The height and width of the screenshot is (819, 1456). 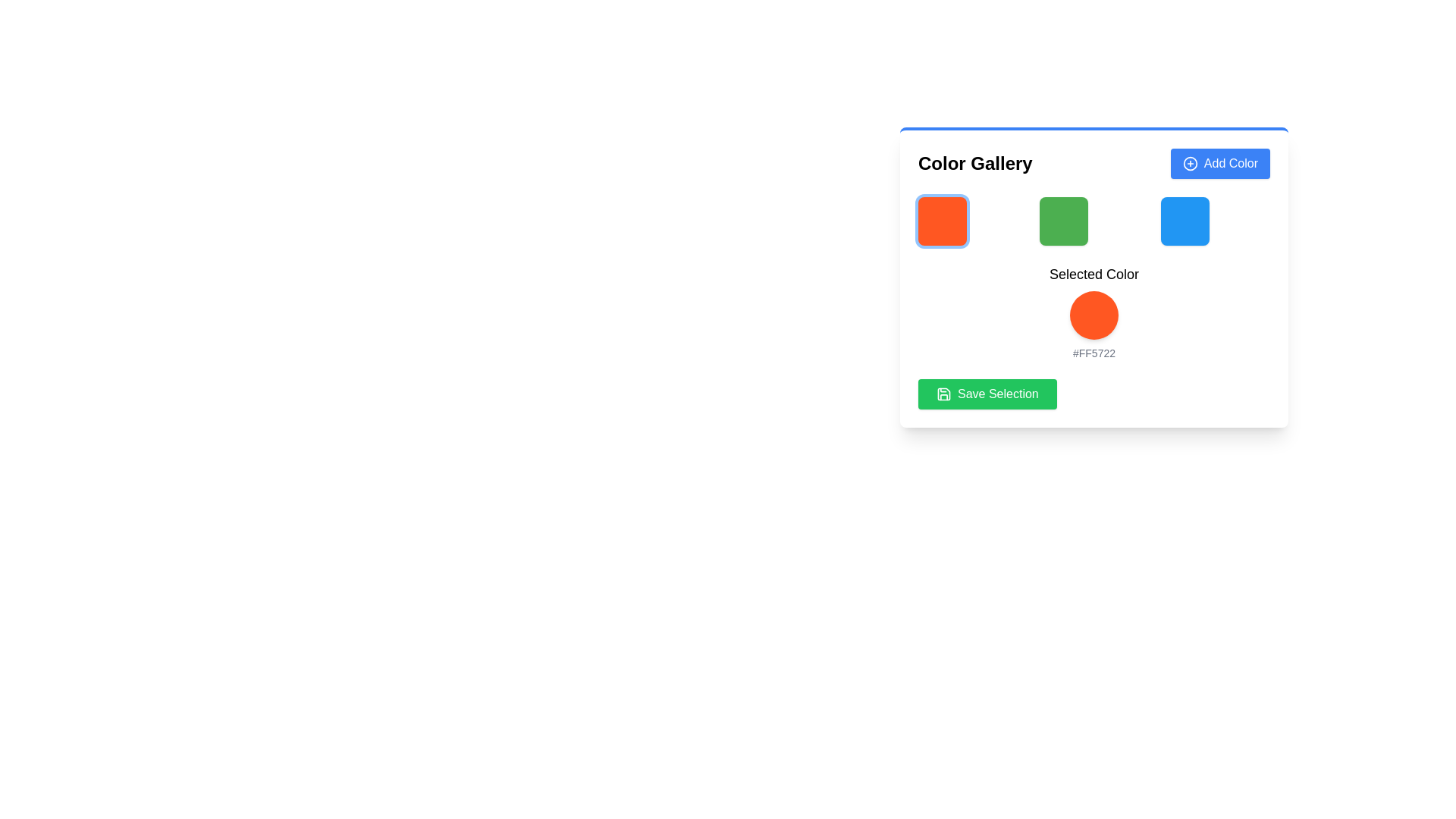 What do you see at coordinates (1094, 221) in the screenshot?
I see `an individual color square in the Color Gallery grid layout` at bounding box center [1094, 221].